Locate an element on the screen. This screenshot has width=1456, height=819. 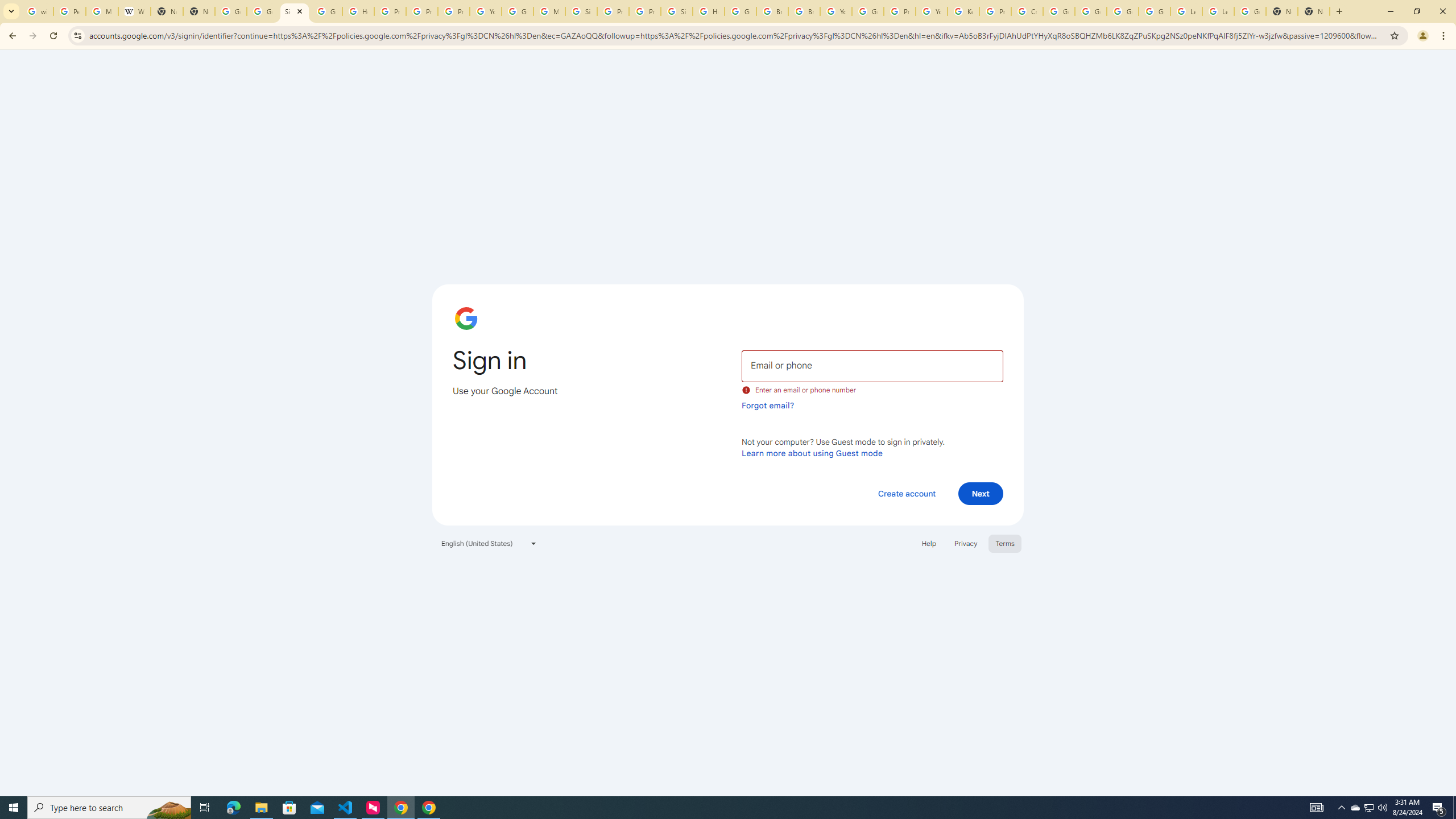
'Learn more about using Guest mode' is located at coordinates (812, 453).